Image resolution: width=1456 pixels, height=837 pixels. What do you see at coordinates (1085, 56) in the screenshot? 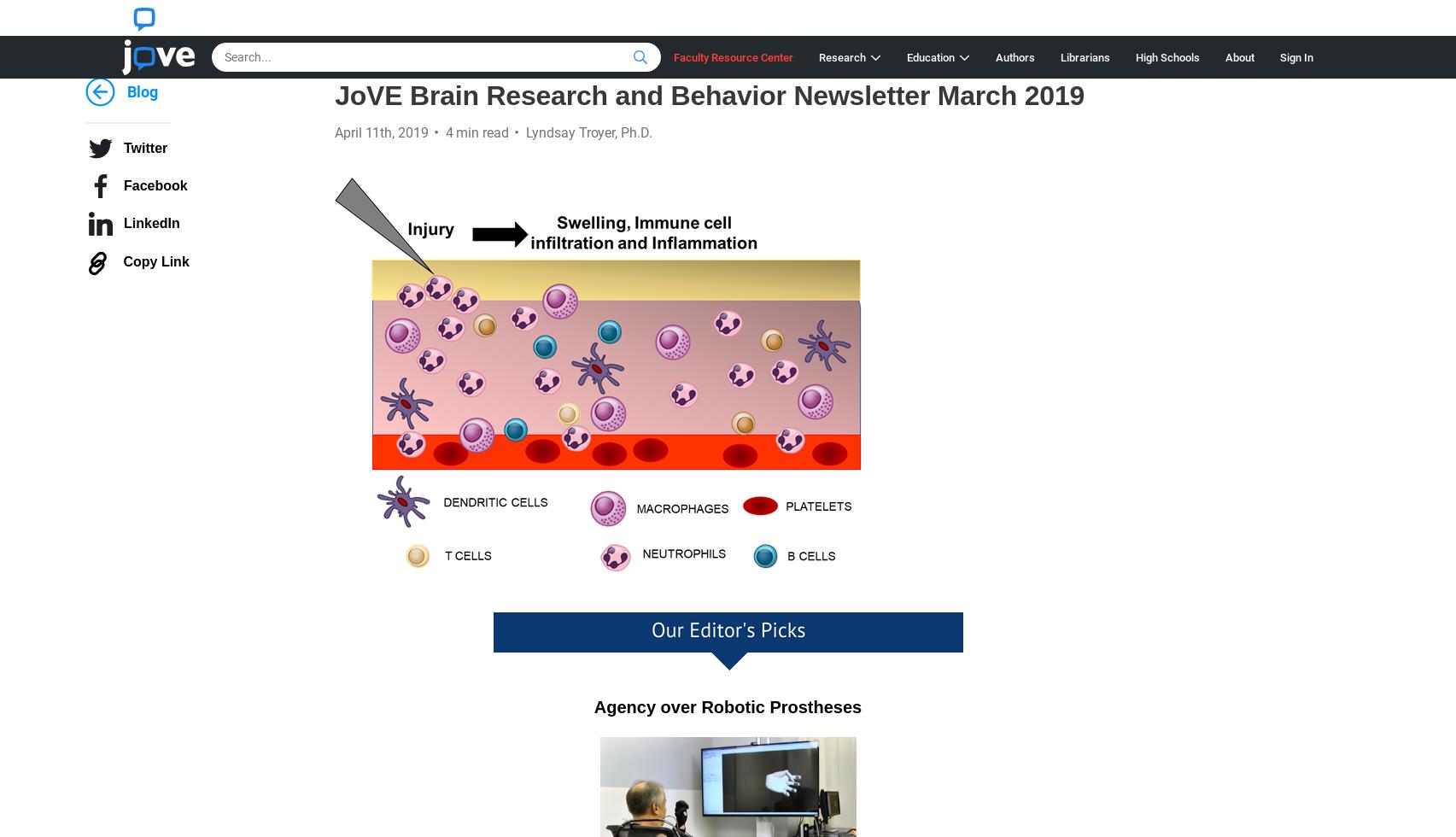
I see `'Librarians'` at bounding box center [1085, 56].